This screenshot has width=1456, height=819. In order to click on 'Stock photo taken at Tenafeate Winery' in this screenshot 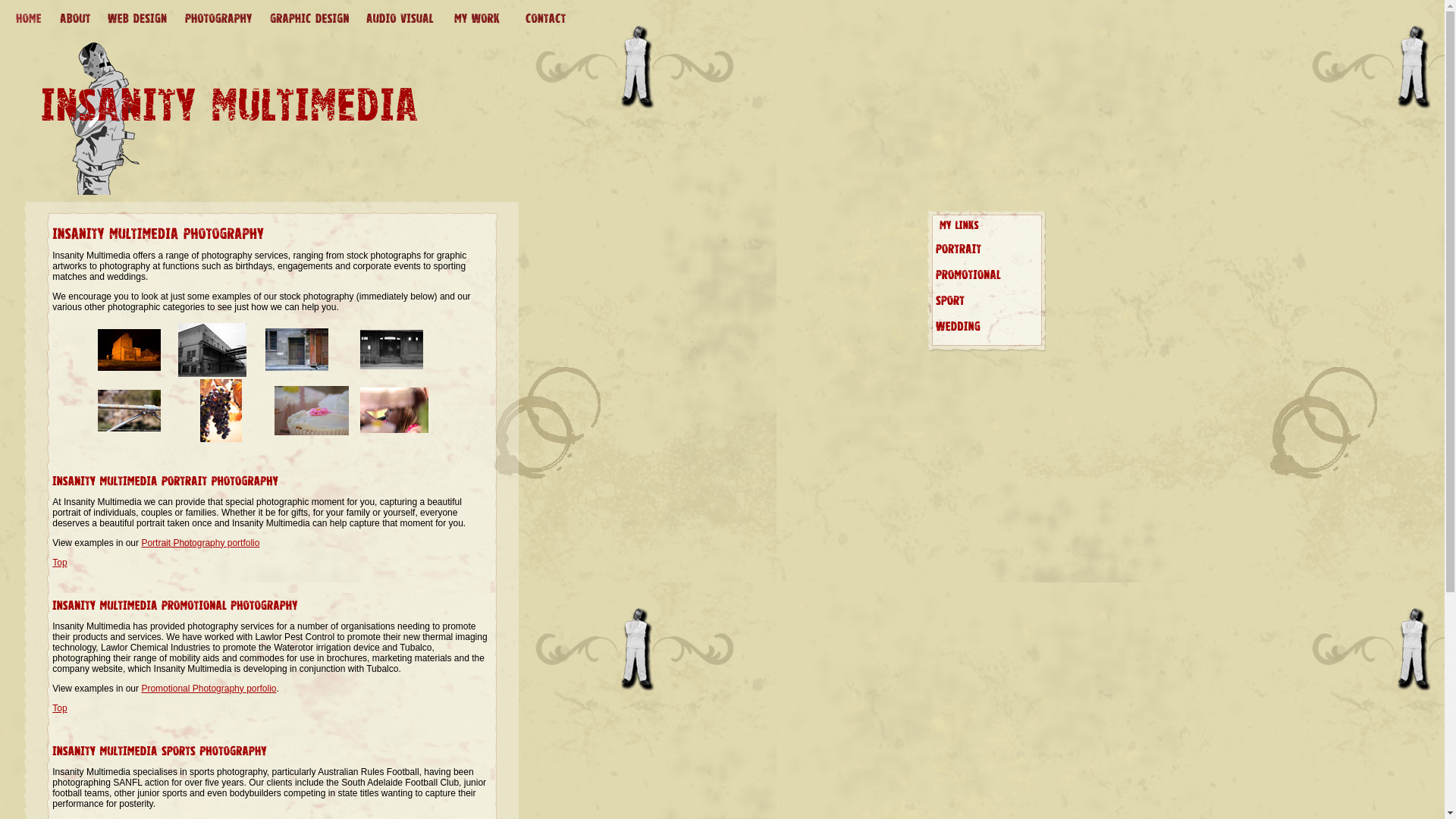, I will do `click(274, 432)`.